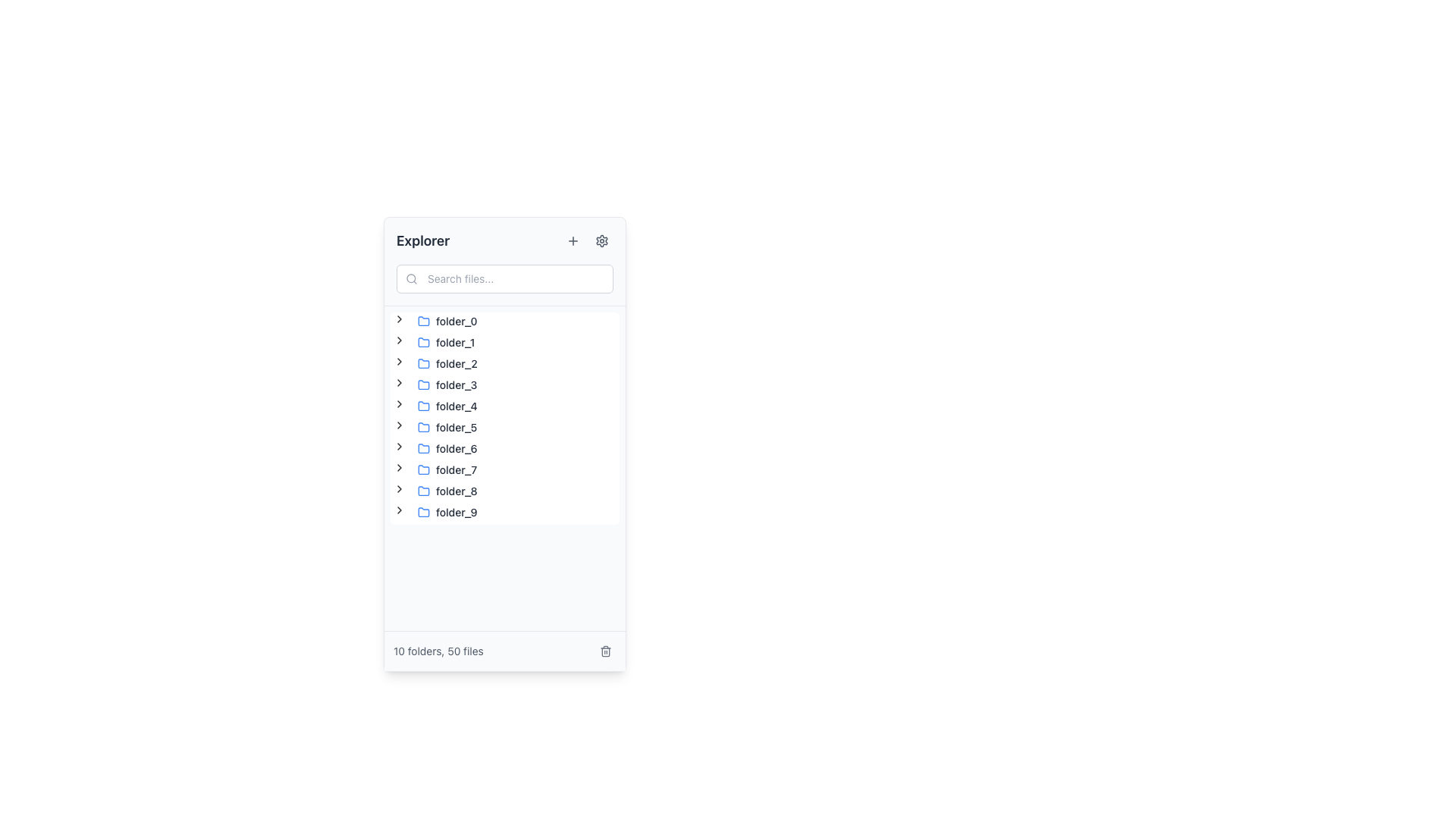 The image size is (1456, 819). Describe the element at coordinates (400, 382) in the screenshot. I see `the right-facing chevron icon located to the left of the 'folder_3' label` at that location.